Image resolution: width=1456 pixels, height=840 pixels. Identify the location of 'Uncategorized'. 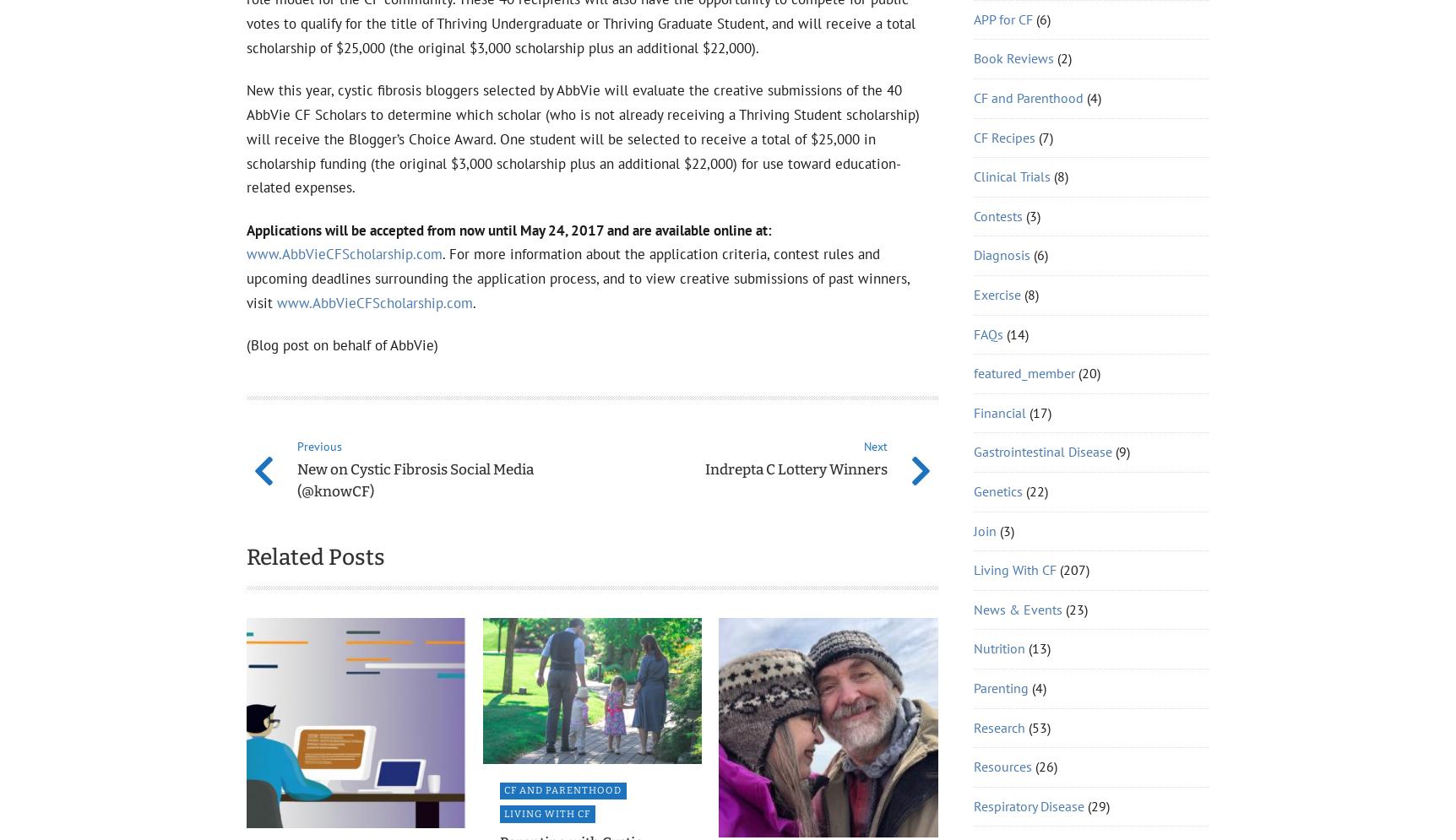
(1014, 353).